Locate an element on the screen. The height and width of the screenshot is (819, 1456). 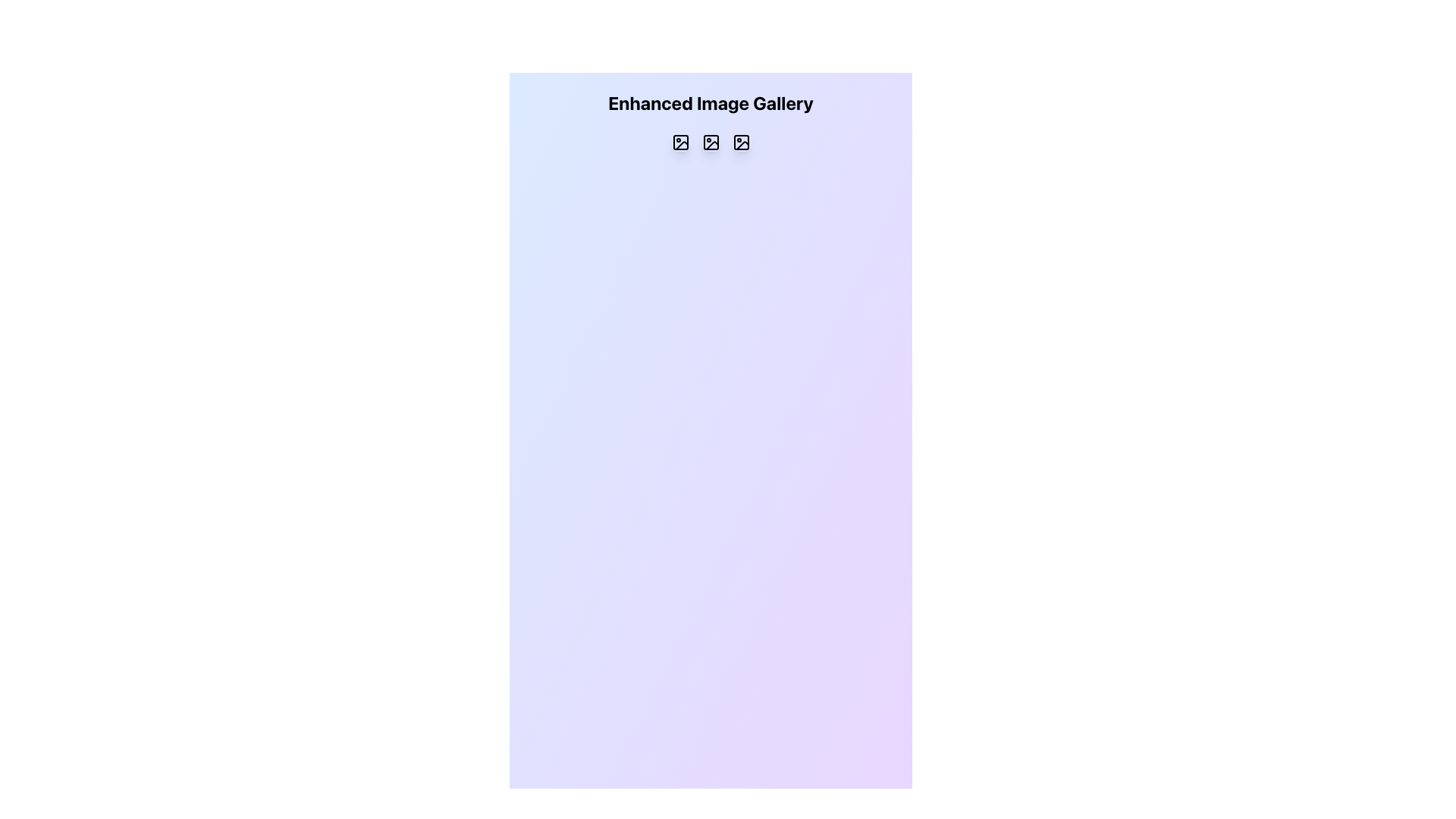
the first icon in the group of three icons below the 'Enhanced Image Gallery' heading is located at coordinates (679, 143).